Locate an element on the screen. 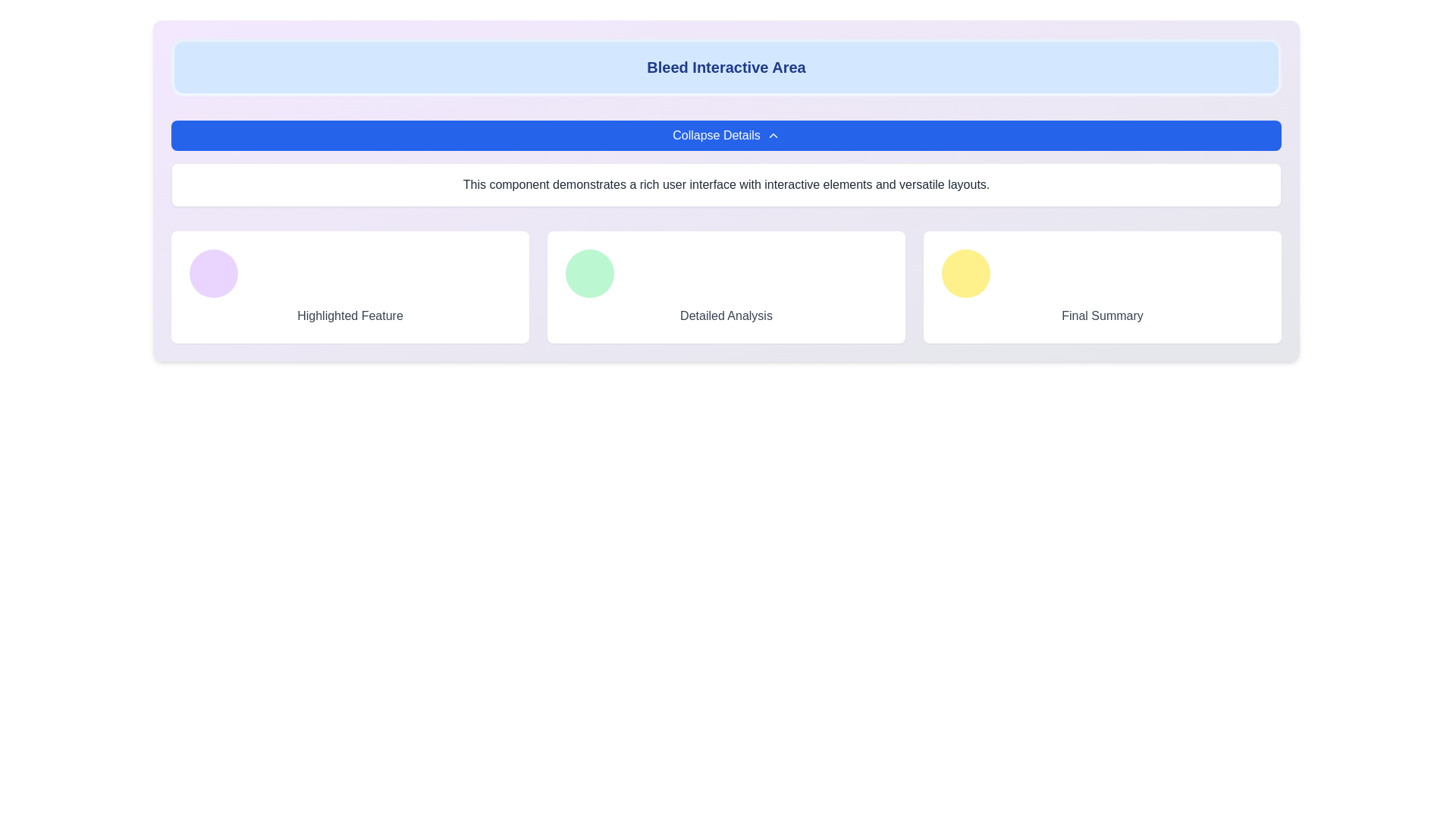  the toggle button located below the 'Bleed Interactive Area' header to observe its hover effect is located at coordinates (726, 134).